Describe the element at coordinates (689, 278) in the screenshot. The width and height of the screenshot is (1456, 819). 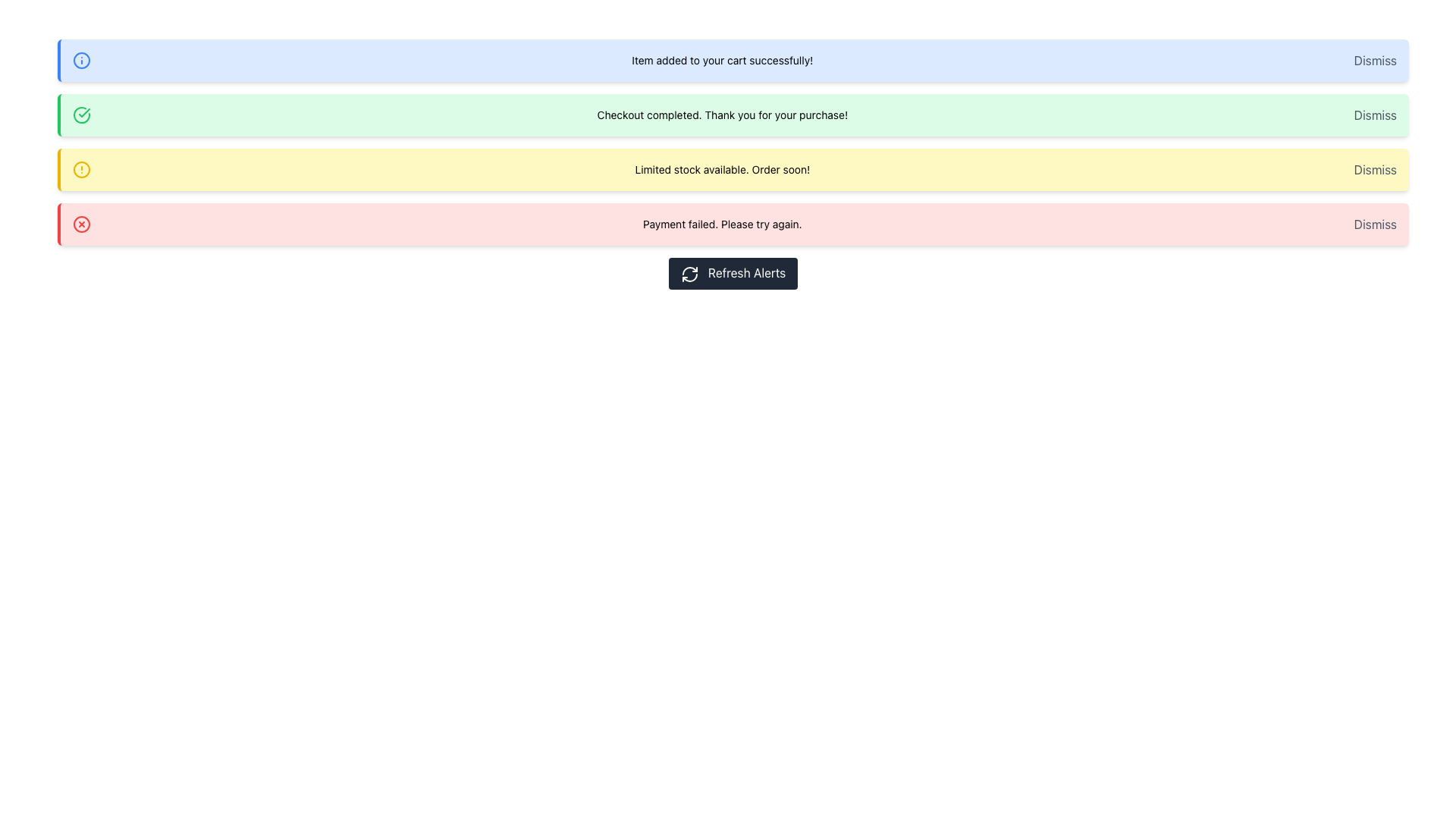
I see `the circular arrow icon within the 'Refresh Alerts' button, which visually represents a refresh action` at that location.